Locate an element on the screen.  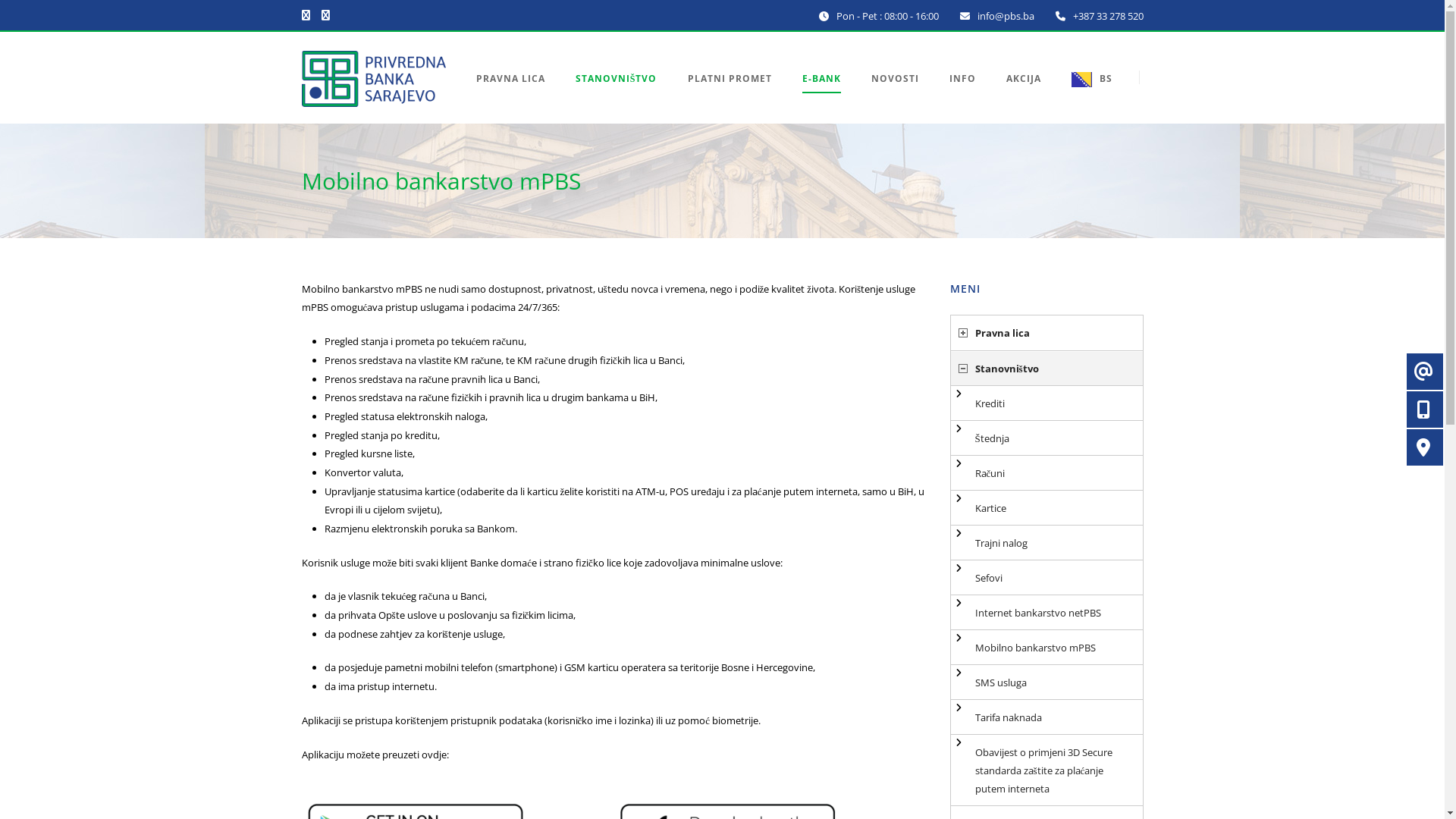
'E-BANK' is located at coordinates (821, 96).